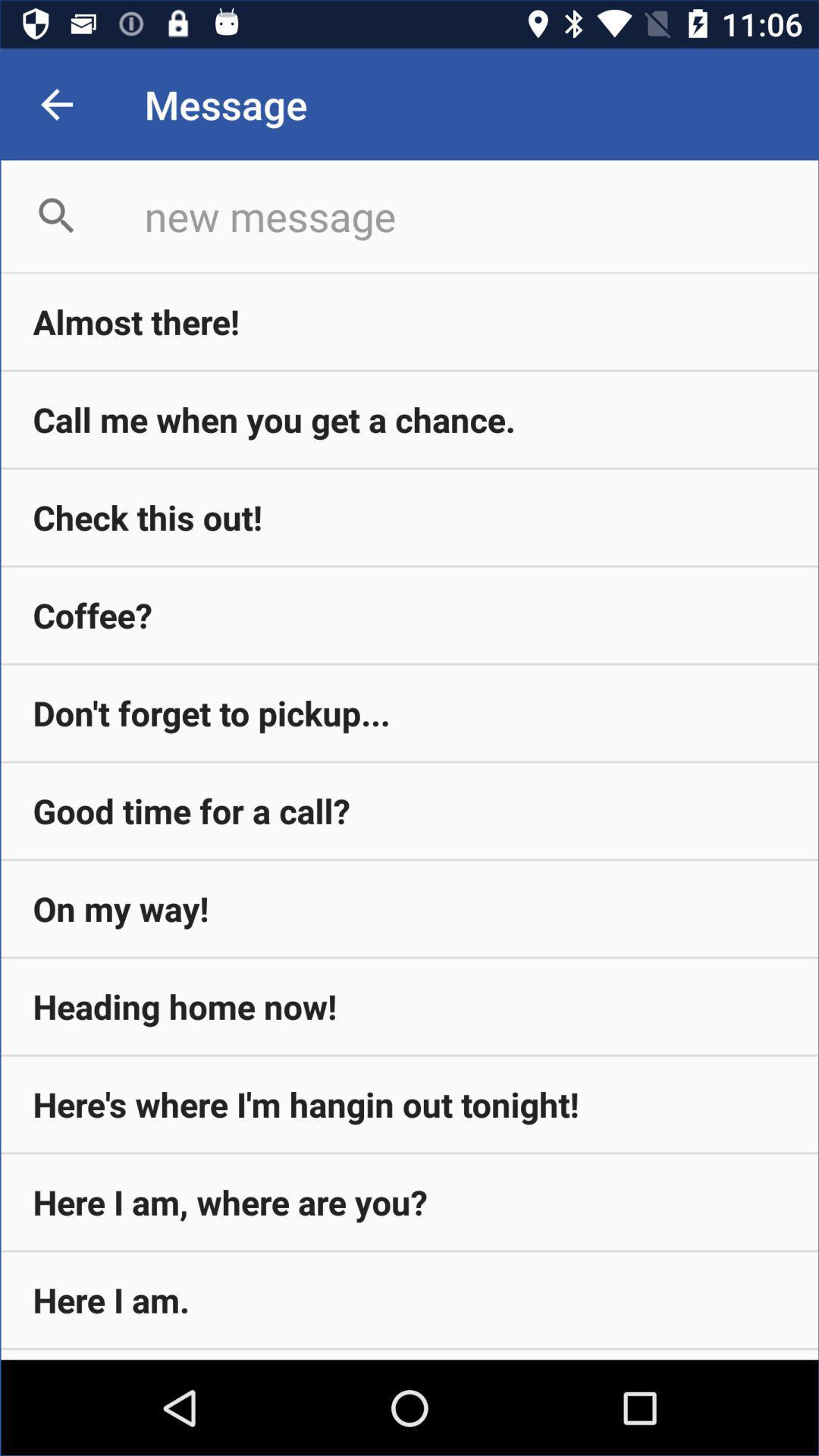  What do you see at coordinates (409, 419) in the screenshot?
I see `the item below almost there! icon` at bounding box center [409, 419].